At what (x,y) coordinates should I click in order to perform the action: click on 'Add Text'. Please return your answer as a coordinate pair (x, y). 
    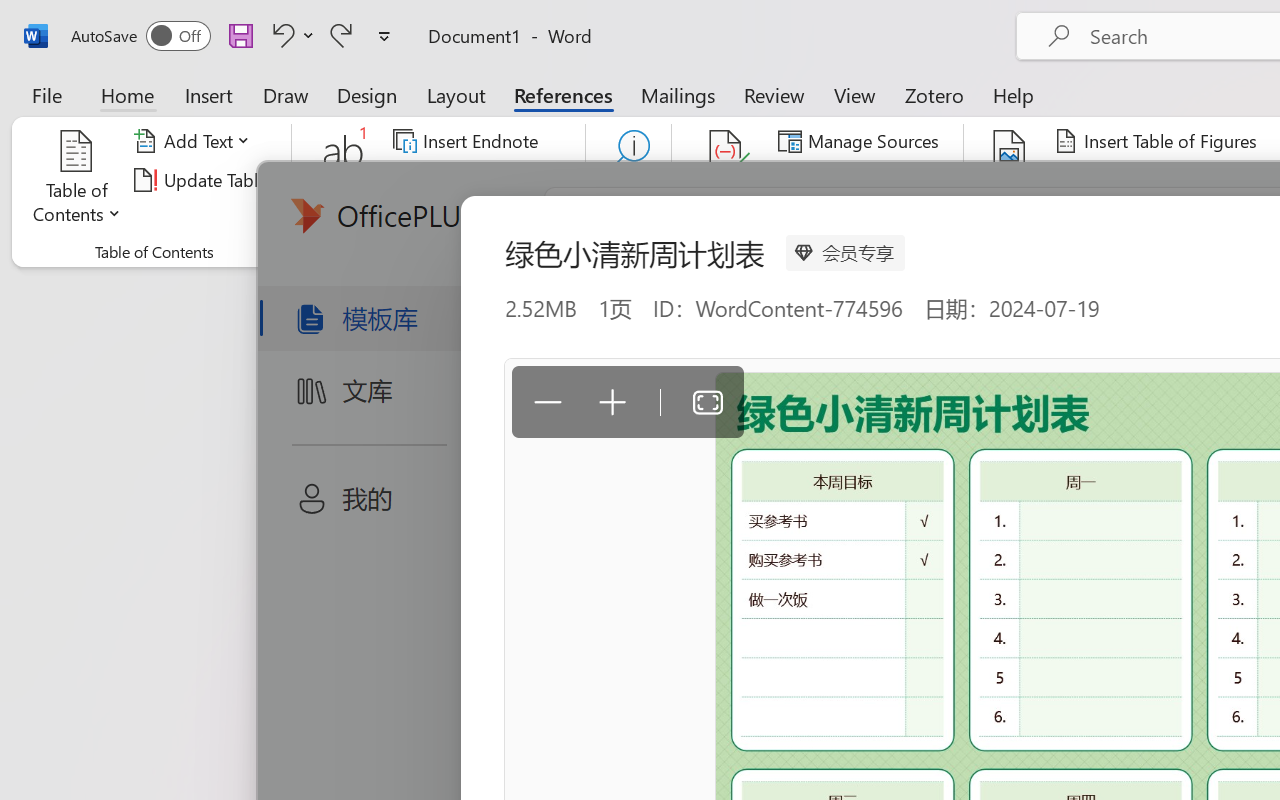
    Looking at the image, I should click on (195, 141).